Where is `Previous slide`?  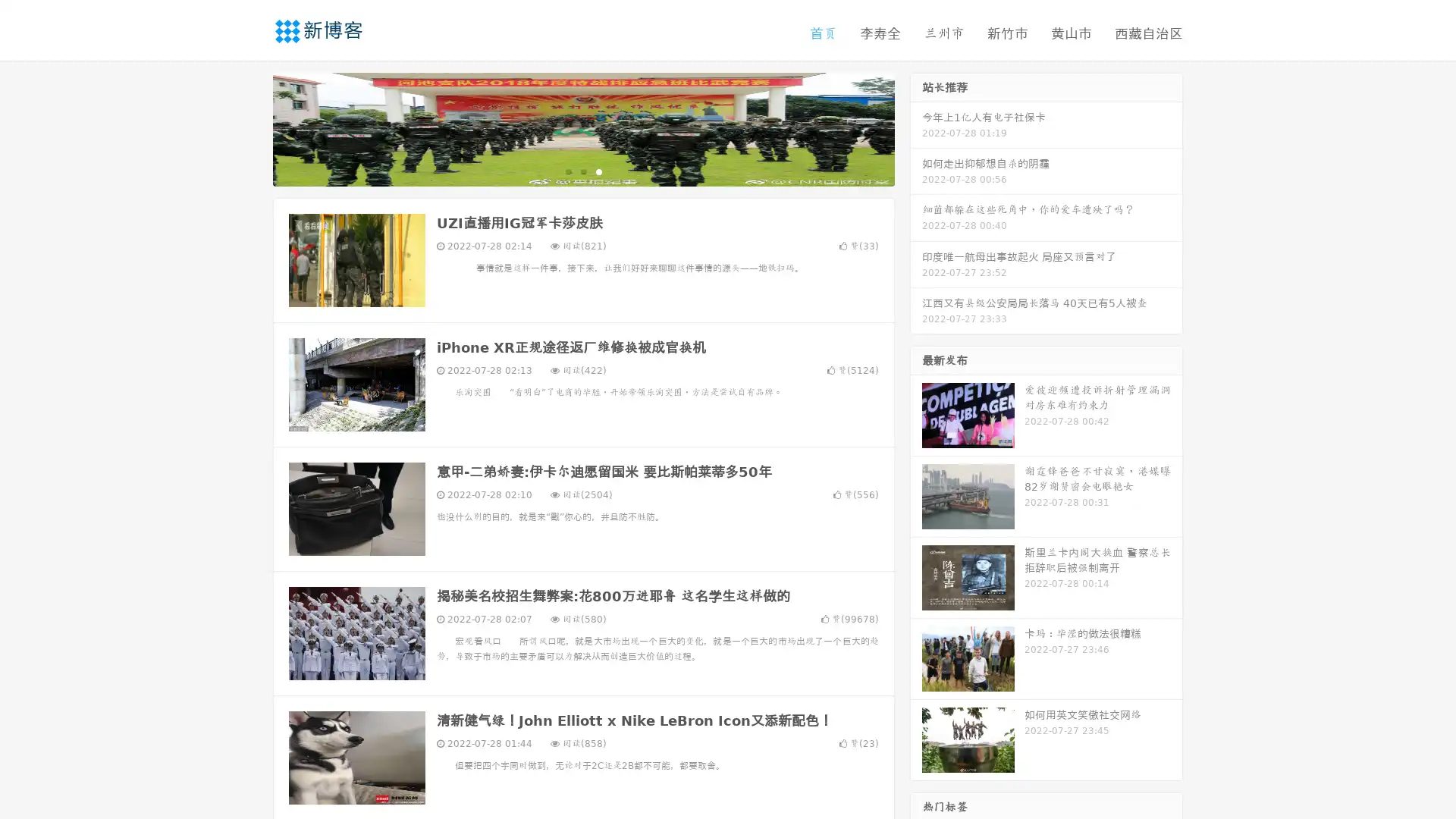
Previous slide is located at coordinates (250, 127).